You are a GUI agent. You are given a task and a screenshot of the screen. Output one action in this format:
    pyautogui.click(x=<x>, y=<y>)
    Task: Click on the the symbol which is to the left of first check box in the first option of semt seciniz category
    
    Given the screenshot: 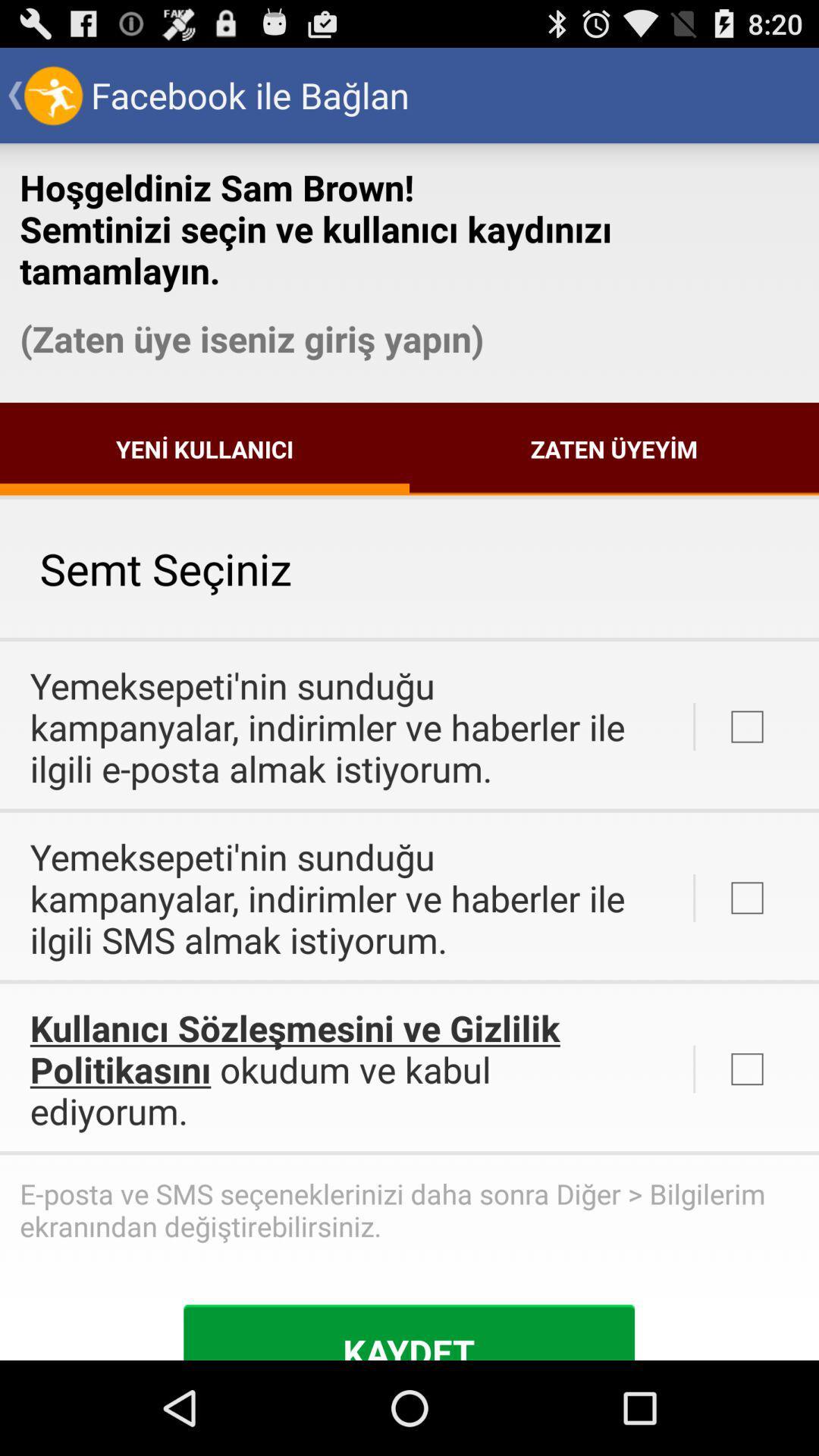 What is the action you would take?
    pyautogui.click(x=694, y=726)
    